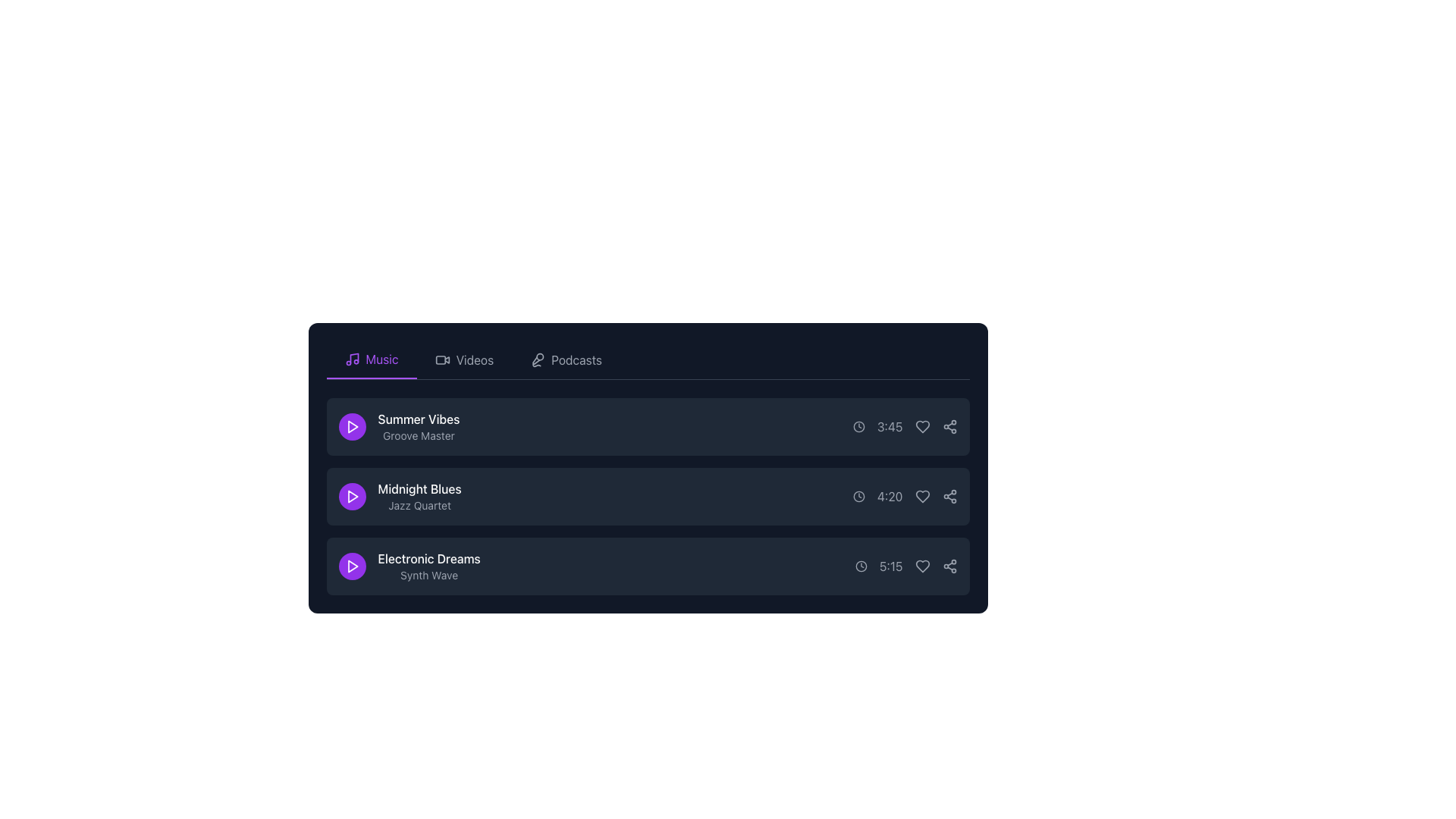  What do you see at coordinates (858, 497) in the screenshot?
I see `the circular outline within the clock icon that represents the time information for the 'Midnight Blues' track, located in the third column of the second row's controls` at bounding box center [858, 497].